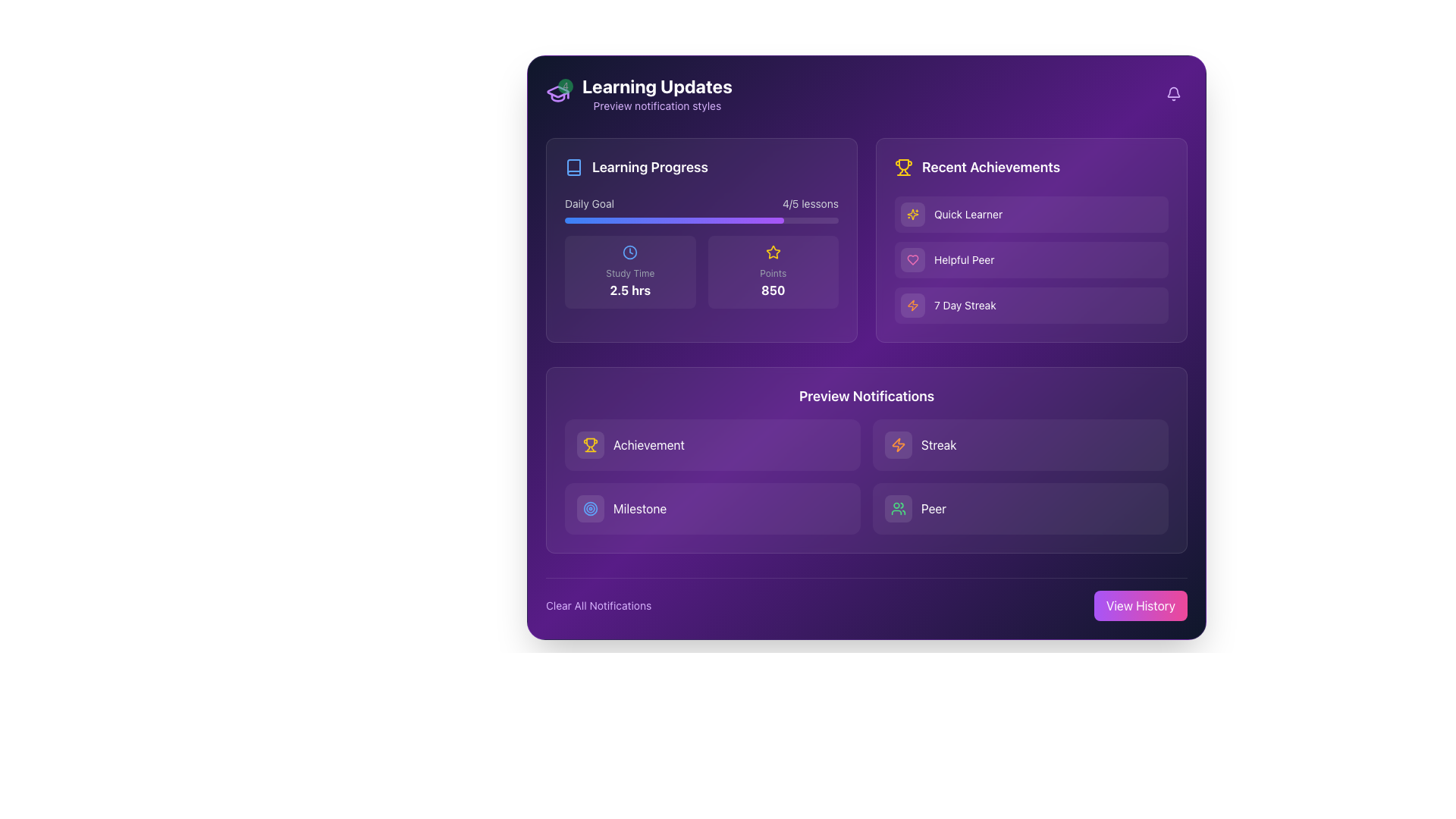  Describe the element at coordinates (899, 444) in the screenshot. I see `streak icon located in the lower section of the interface within the 'Preview Notifications' tab, which is positioned left of the 'Streak' label` at that location.